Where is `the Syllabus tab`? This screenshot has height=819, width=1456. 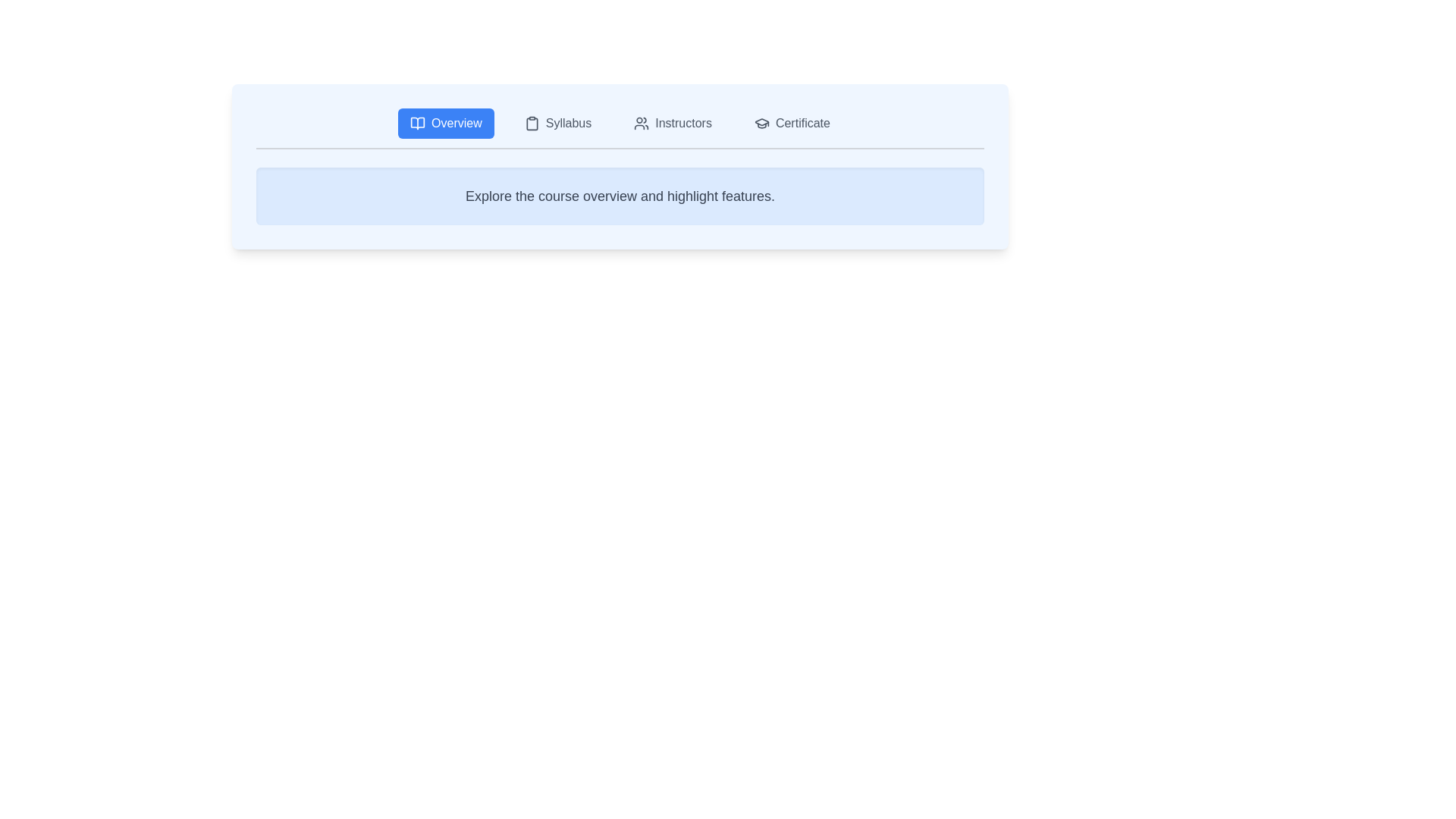
the Syllabus tab is located at coordinates (556, 122).